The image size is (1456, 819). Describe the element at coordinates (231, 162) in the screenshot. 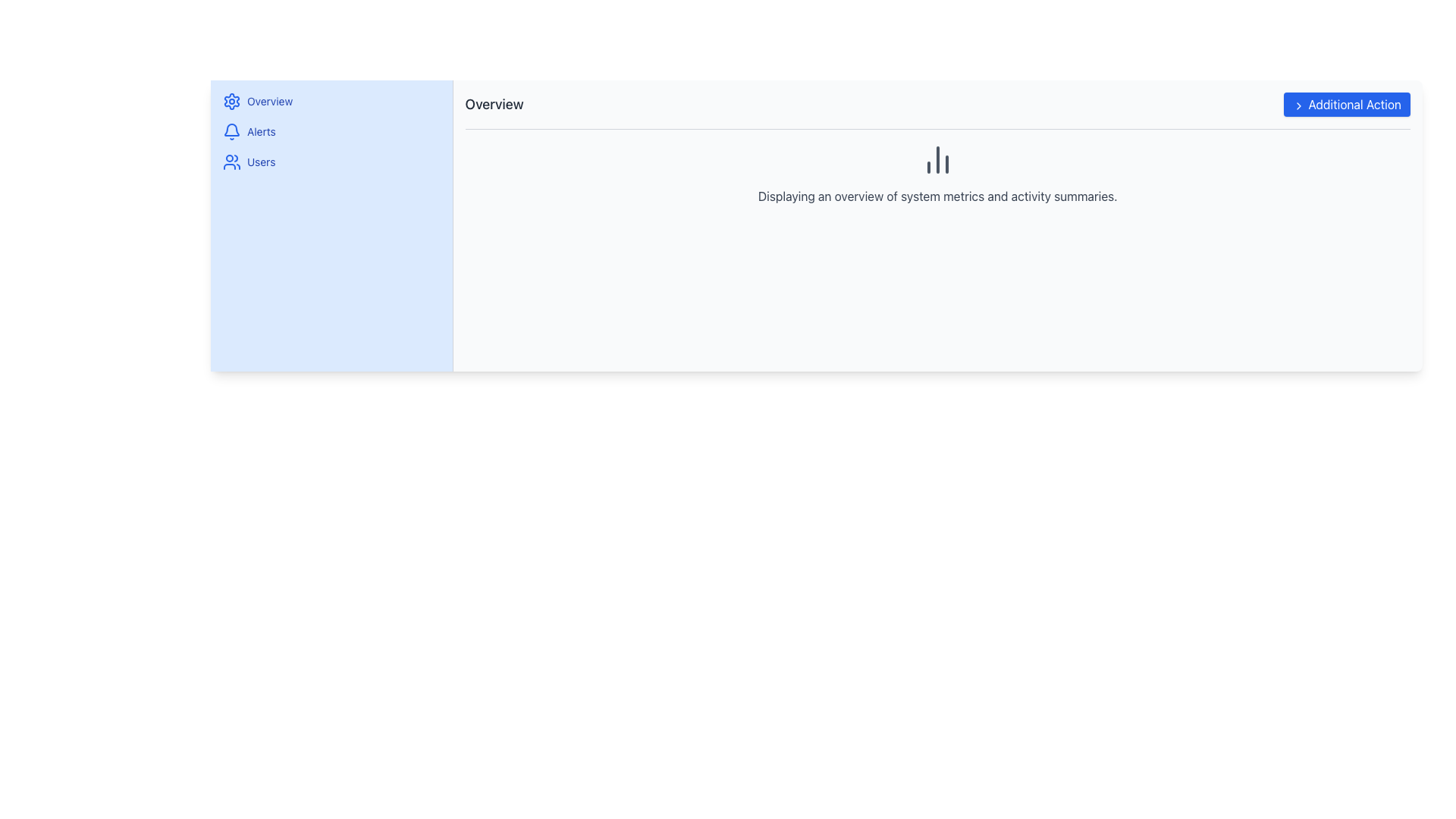

I see `the 'Users' icon located to the left of the text label 'Users' in the vertical navigation panel` at that location.